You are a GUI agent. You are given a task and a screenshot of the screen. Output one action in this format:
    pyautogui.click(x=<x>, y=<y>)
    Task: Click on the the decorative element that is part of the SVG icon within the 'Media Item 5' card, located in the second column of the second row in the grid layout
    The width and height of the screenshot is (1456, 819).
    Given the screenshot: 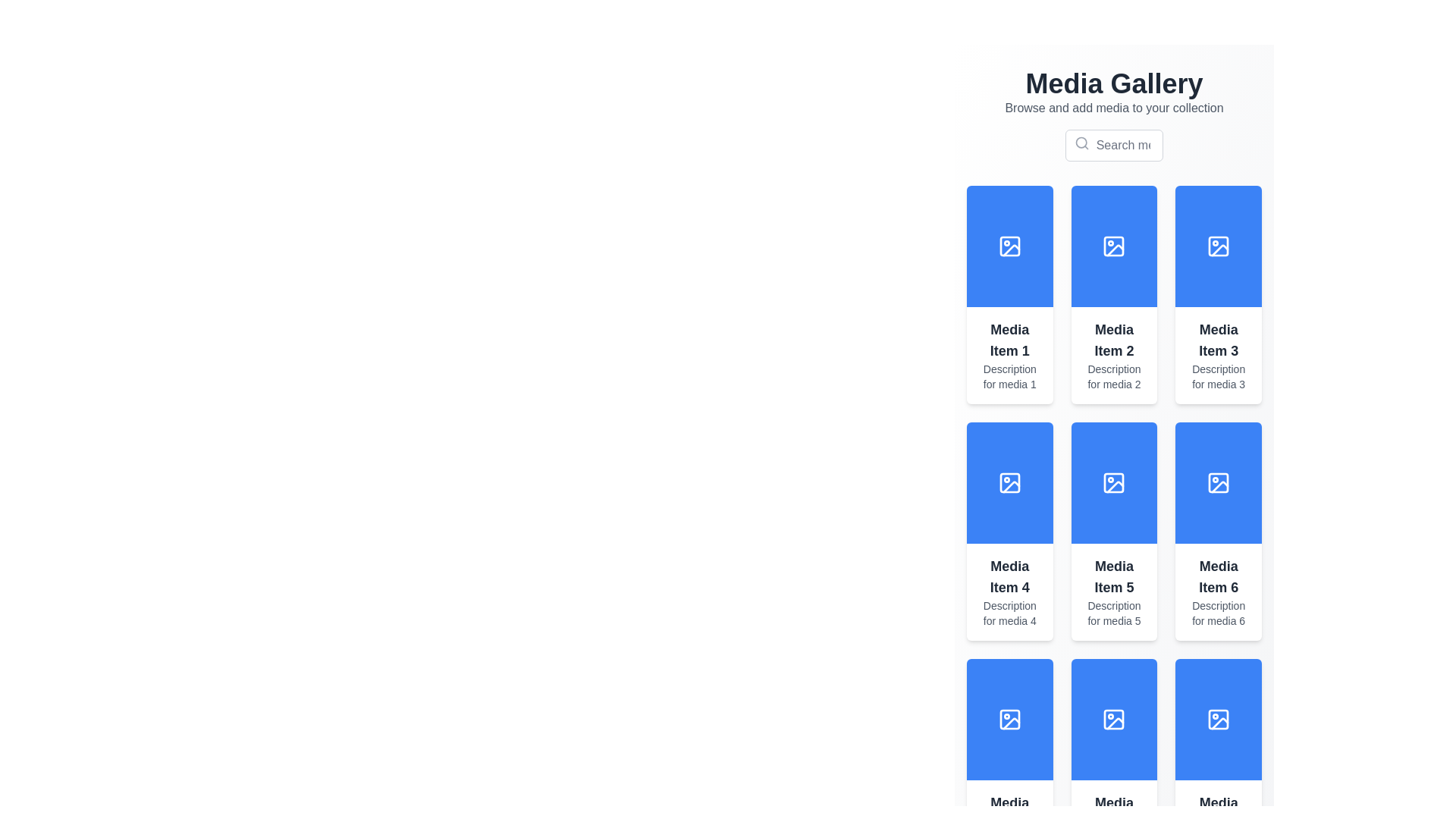 What is the action you would take?
    pyautogui.click(x=1114, y=482)
    